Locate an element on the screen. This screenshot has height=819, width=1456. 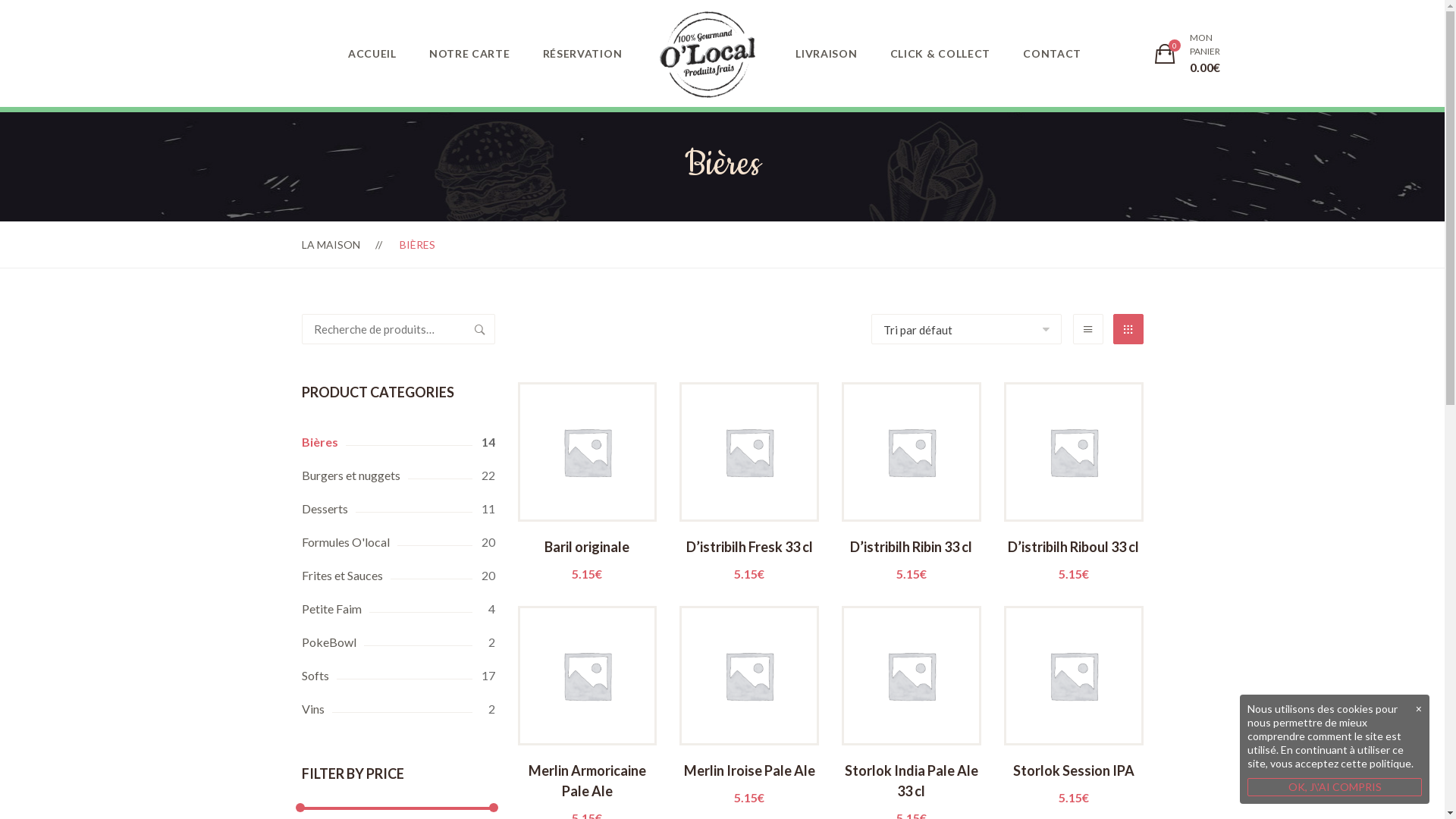
'Desserts' is located at coordinates (398, 509).